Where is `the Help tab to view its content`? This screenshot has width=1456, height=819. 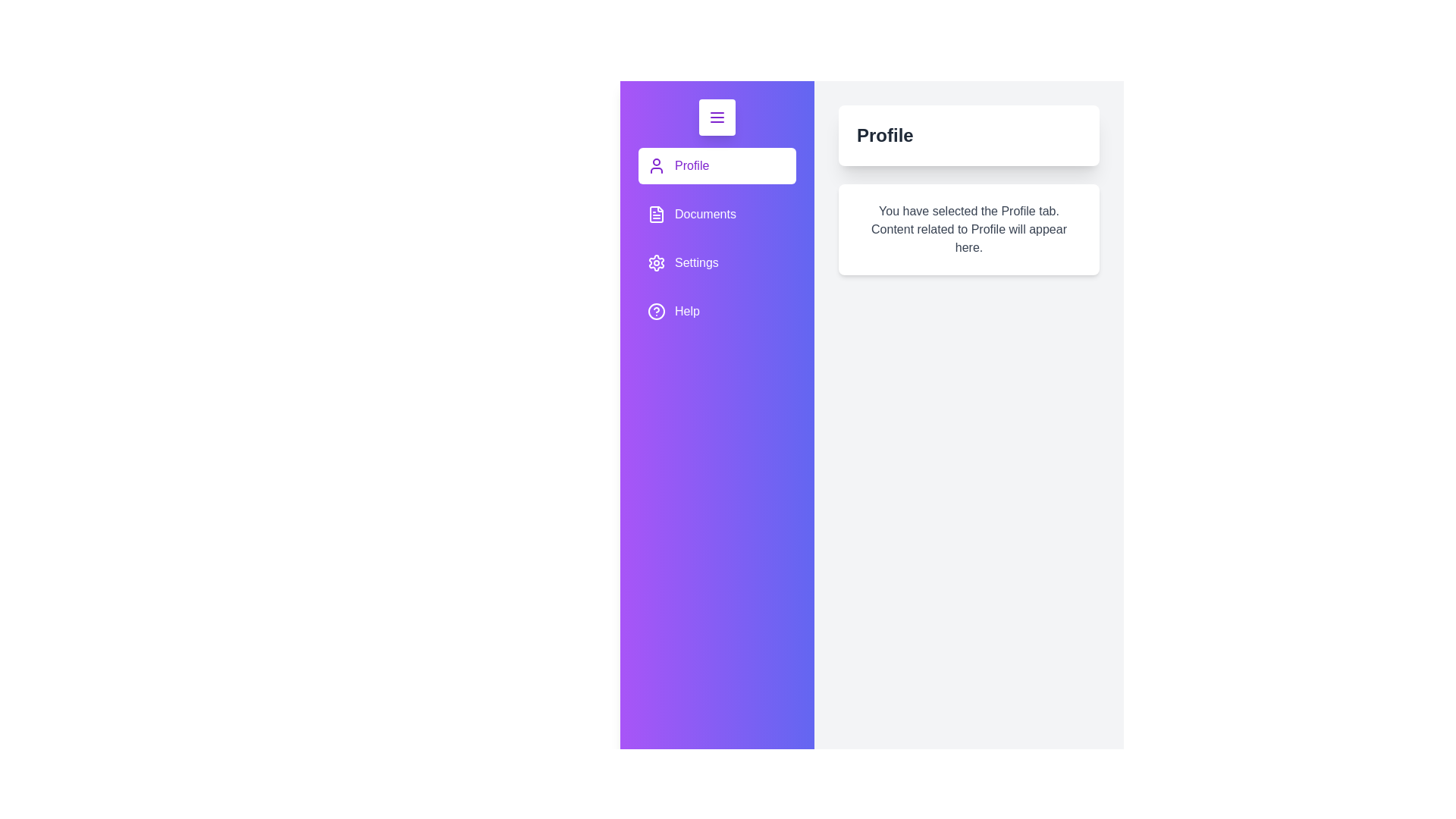
the Help tab to view its content is located at coordinates (716, 311).